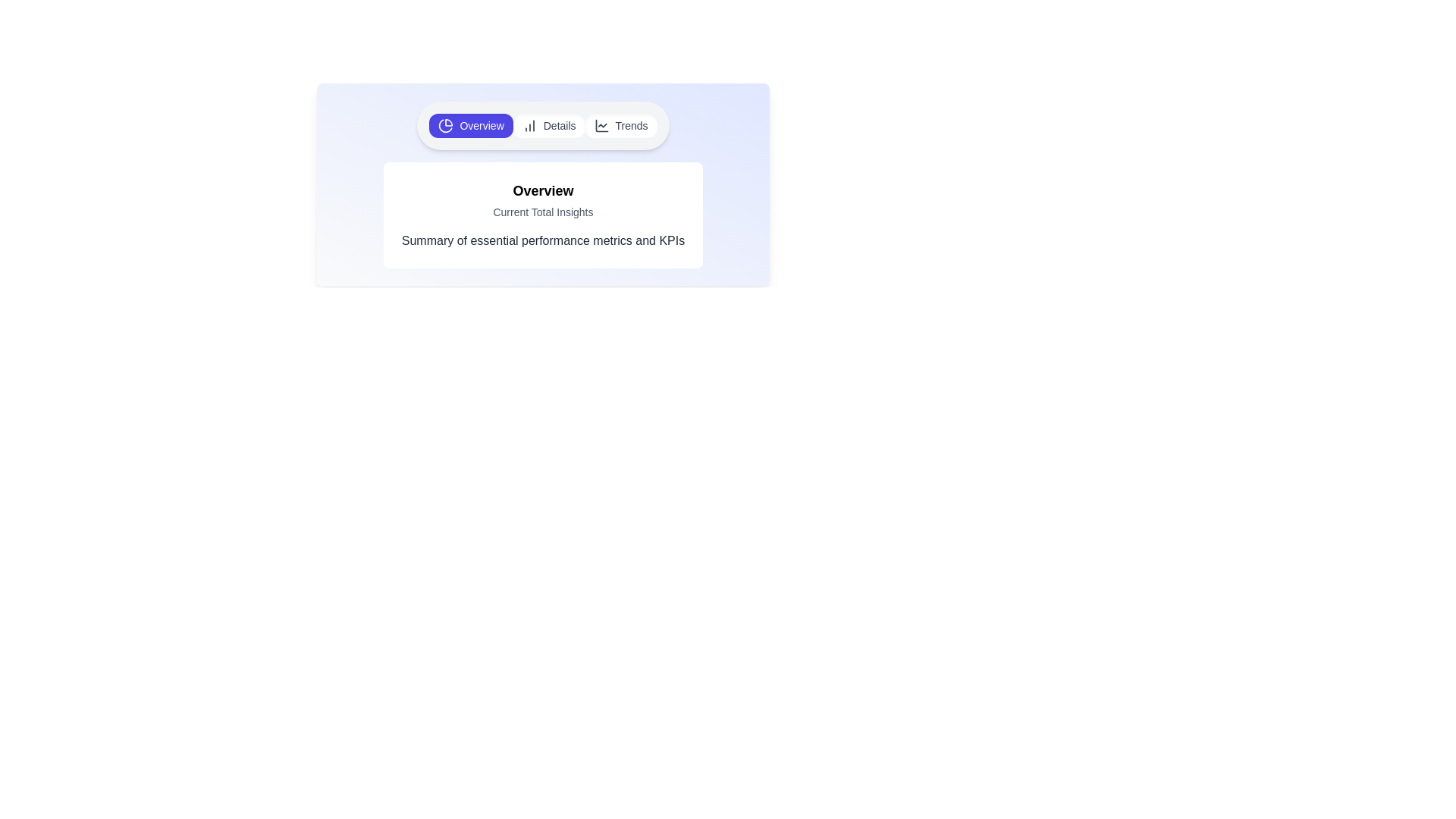  Describe the element at coordinates (548, 124) in the screenshot. I see `the tab corresponding to Details to bring it into focus` at that location.